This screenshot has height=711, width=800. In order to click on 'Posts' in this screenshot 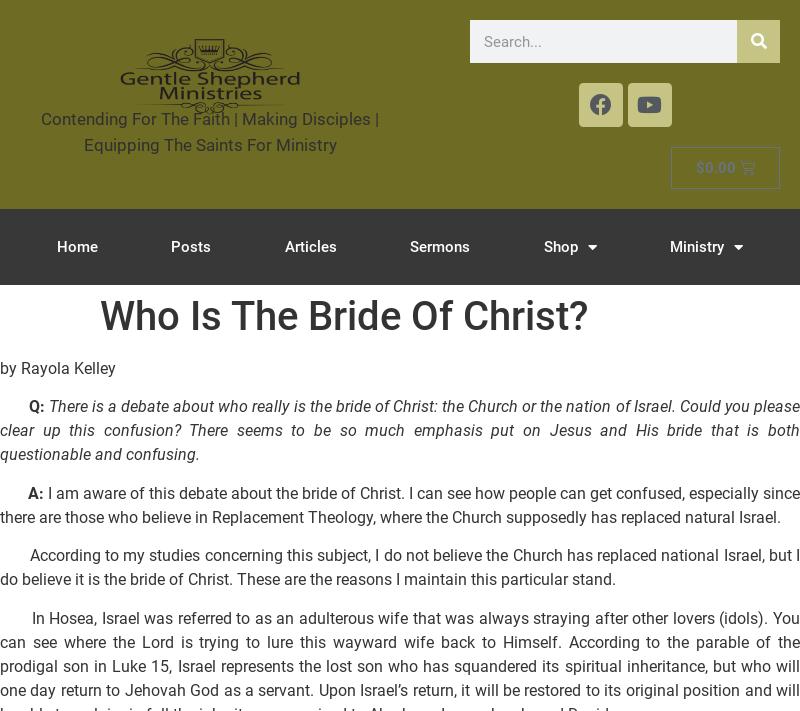, I will do `click(169, 247)`.